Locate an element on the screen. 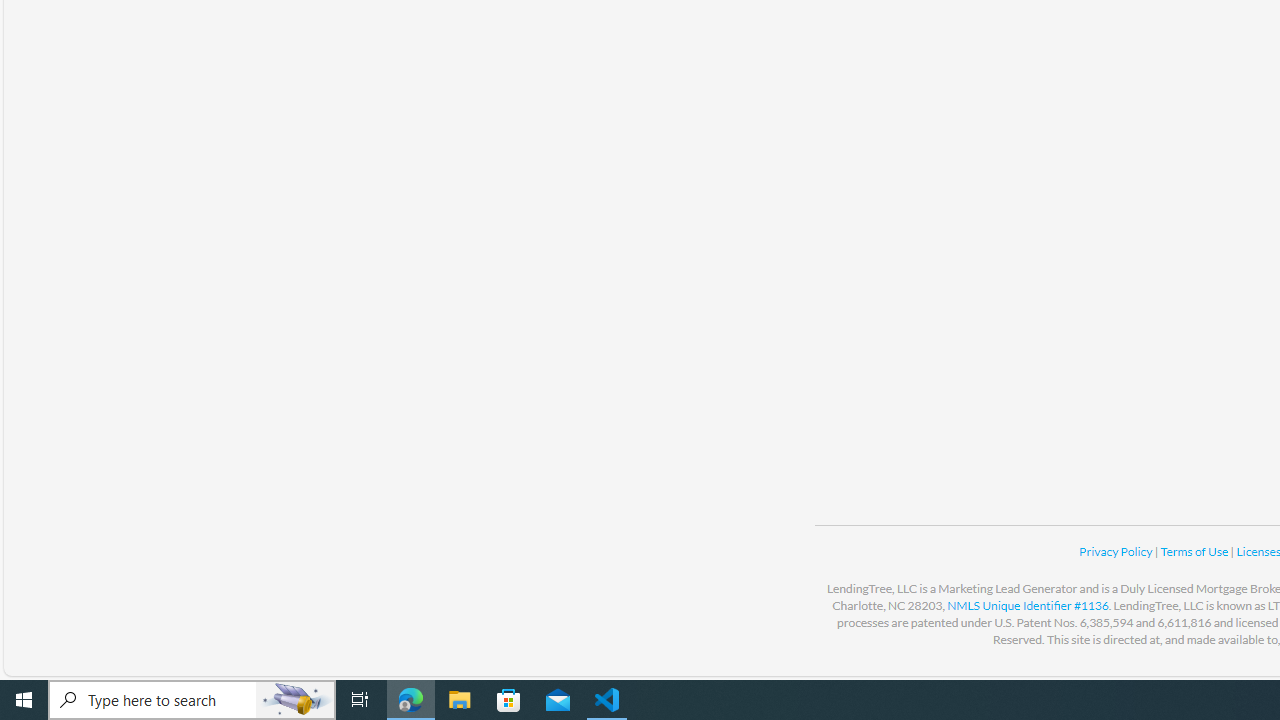 The width and height of the screenshot is (1280, 720). 'Terms of Use ' is located at coordinates (1195, 551).